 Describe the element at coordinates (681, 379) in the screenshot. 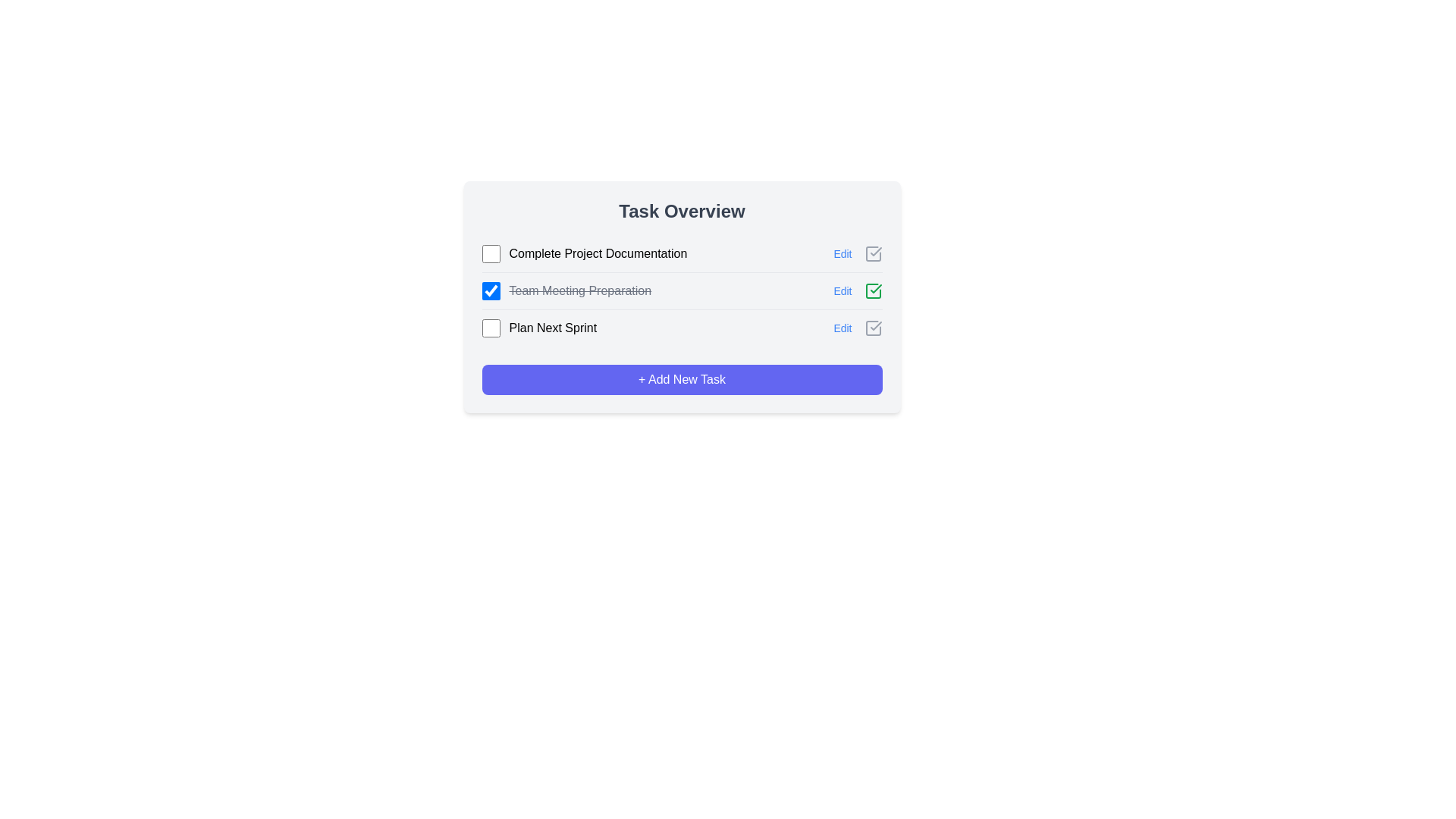

I see `'Add New Task' button` at that location.